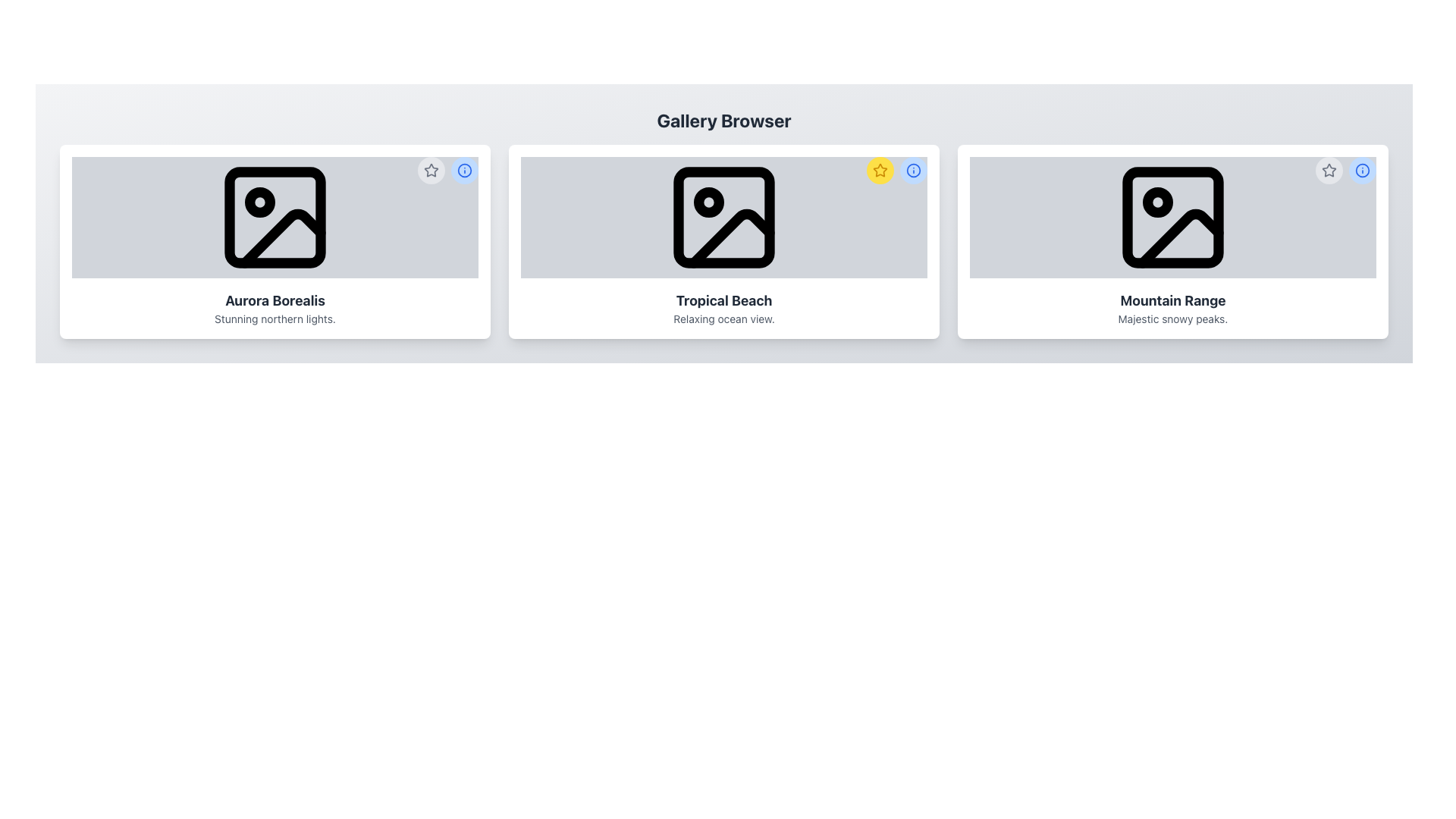 The image size is (1456, 819). Describe the element at coordinates (1179, 237) in the screenshot. I see `the decorative icon representing the mountain range in the bottom-right corner of the 'Mountain Range' card` at that location.